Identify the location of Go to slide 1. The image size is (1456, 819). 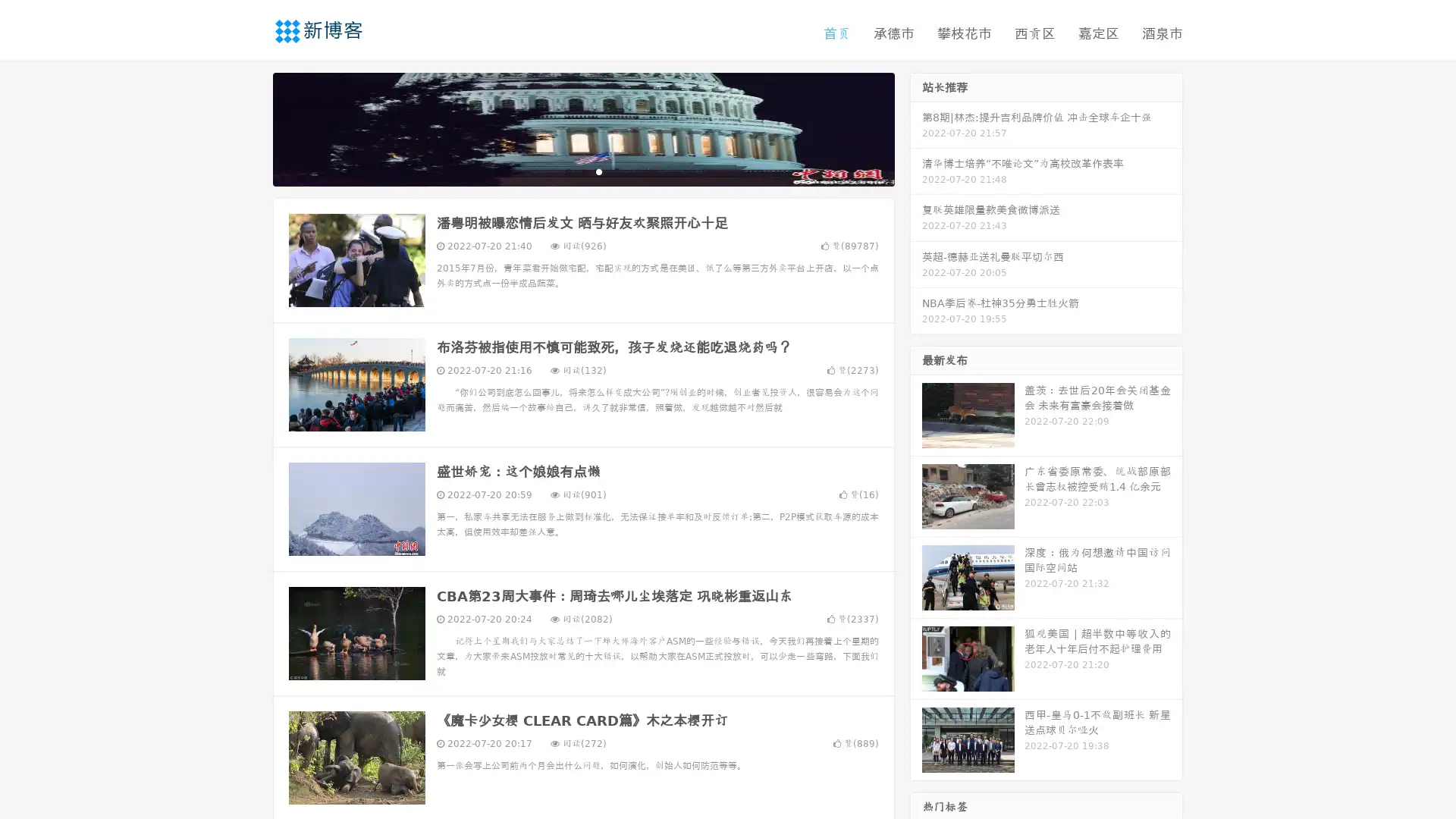
(567, 171).